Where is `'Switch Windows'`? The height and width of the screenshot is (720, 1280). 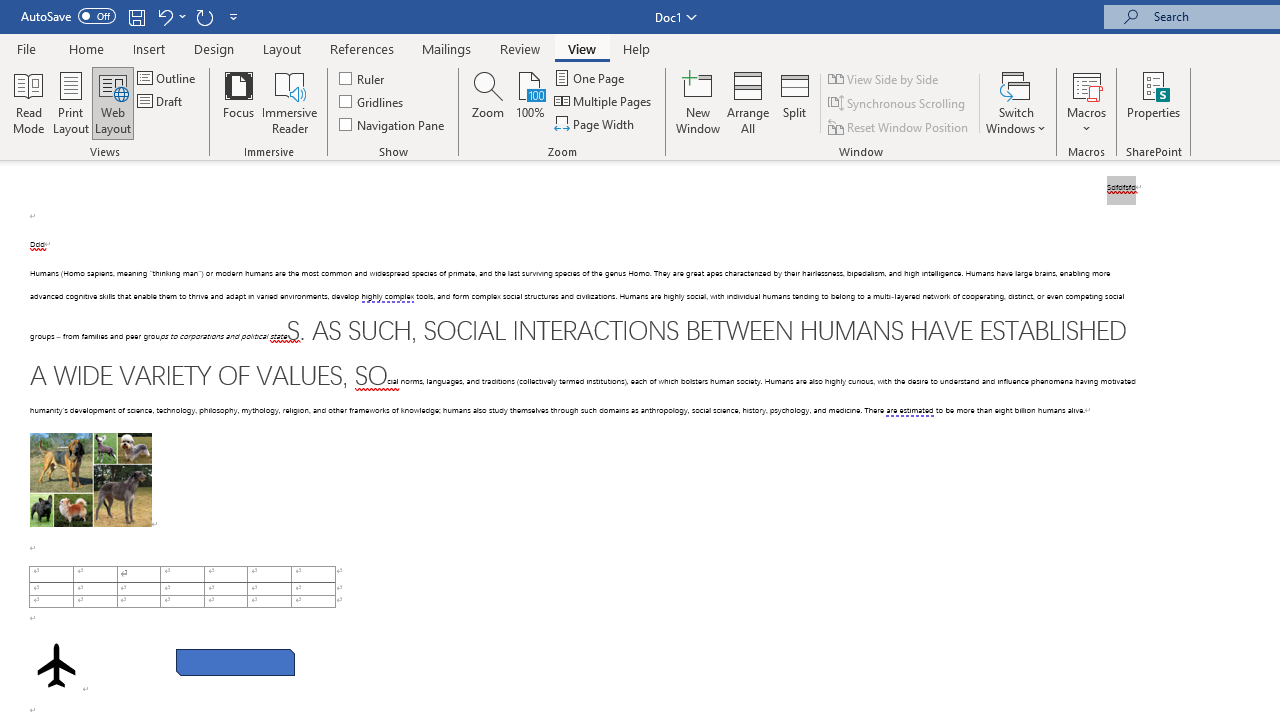
'Switch Windows' is located at coordinates (1016, 103).